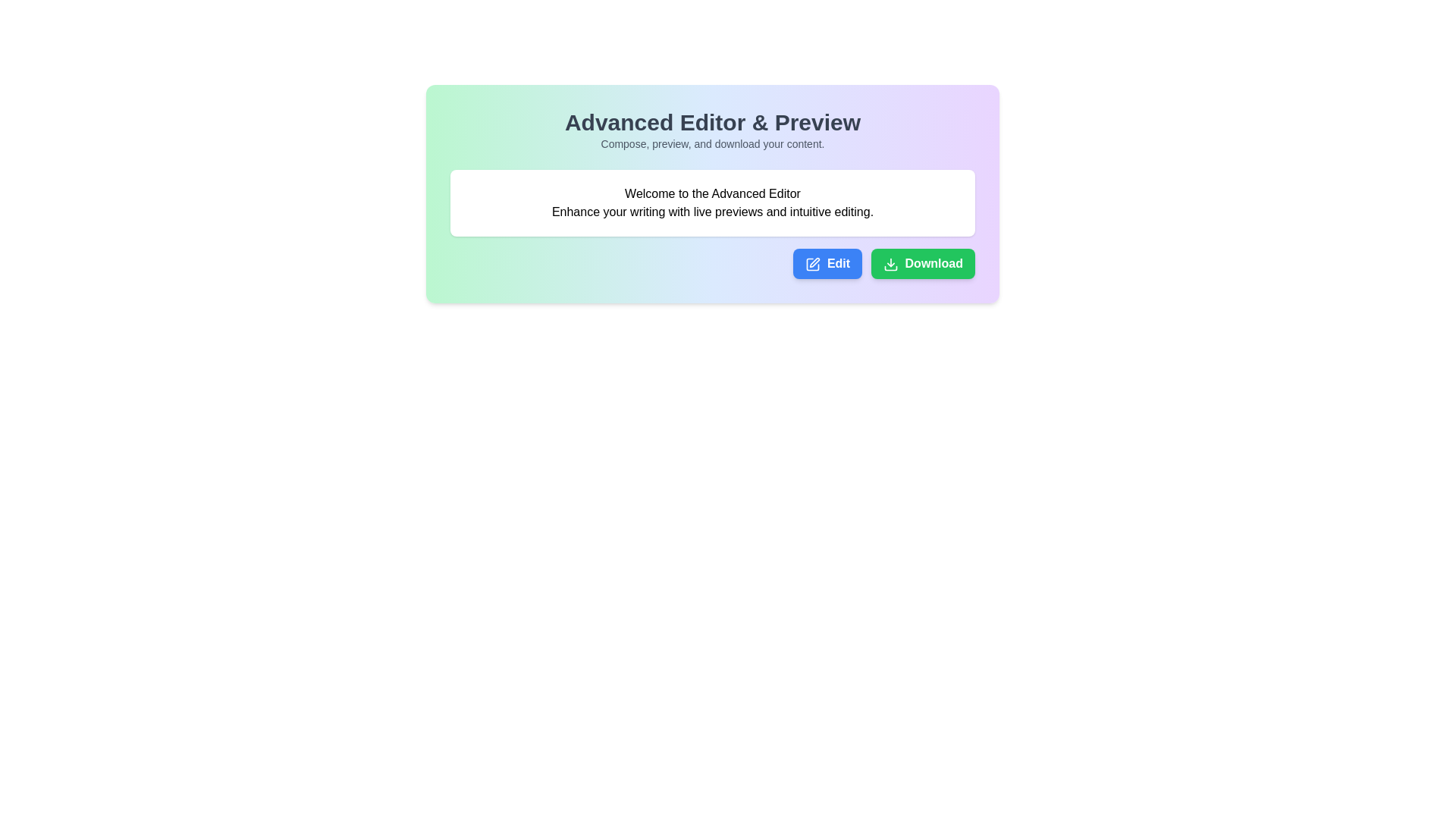 The width and height of the screenshot is (1456, 819). I want to click on the Text Display element that features two lines of text: 'Welcome to the Advanced Editor' in bold and 'Enhance your writing with live previews and intuitive editing.' in regular style, positioned below the title 'Advanced Editor & Preview', so click(712, 202).